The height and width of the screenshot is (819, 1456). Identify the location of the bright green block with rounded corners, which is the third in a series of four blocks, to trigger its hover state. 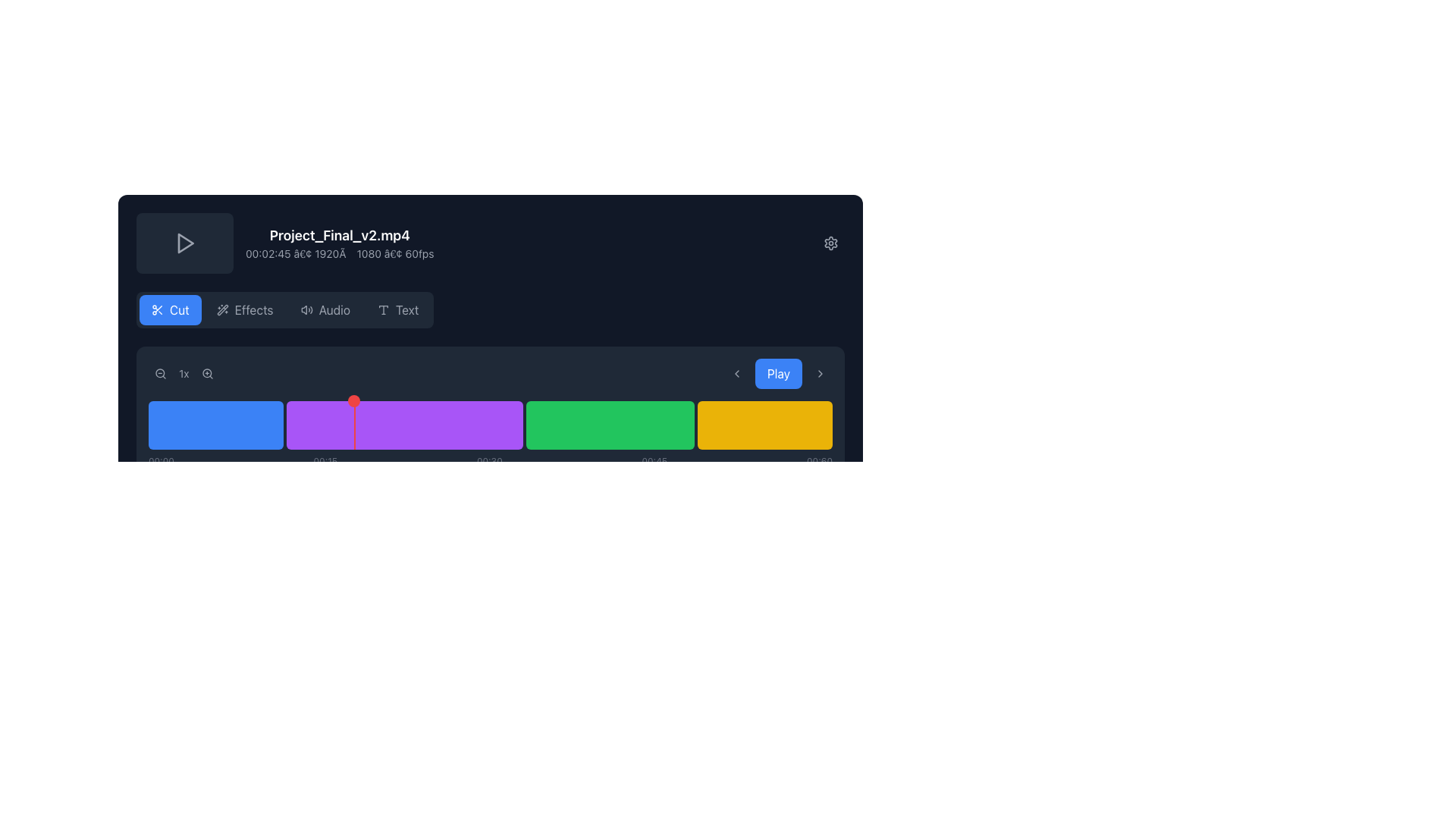
(610, 425).